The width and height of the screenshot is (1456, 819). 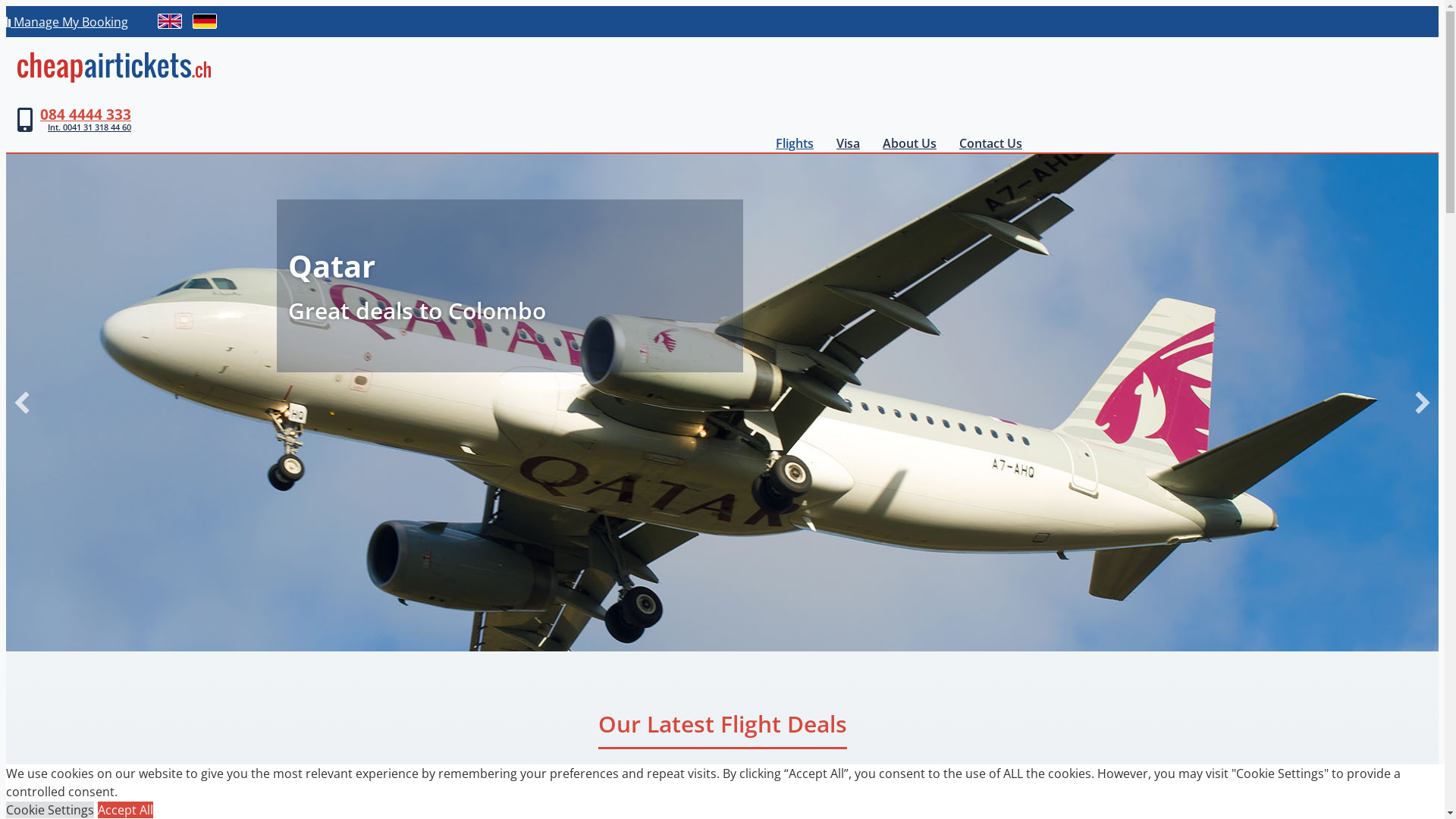 What do you see at coordinates (39, 113) in the screenshot?
I see `'084 4444 333'` at bounding box center [39, 113].